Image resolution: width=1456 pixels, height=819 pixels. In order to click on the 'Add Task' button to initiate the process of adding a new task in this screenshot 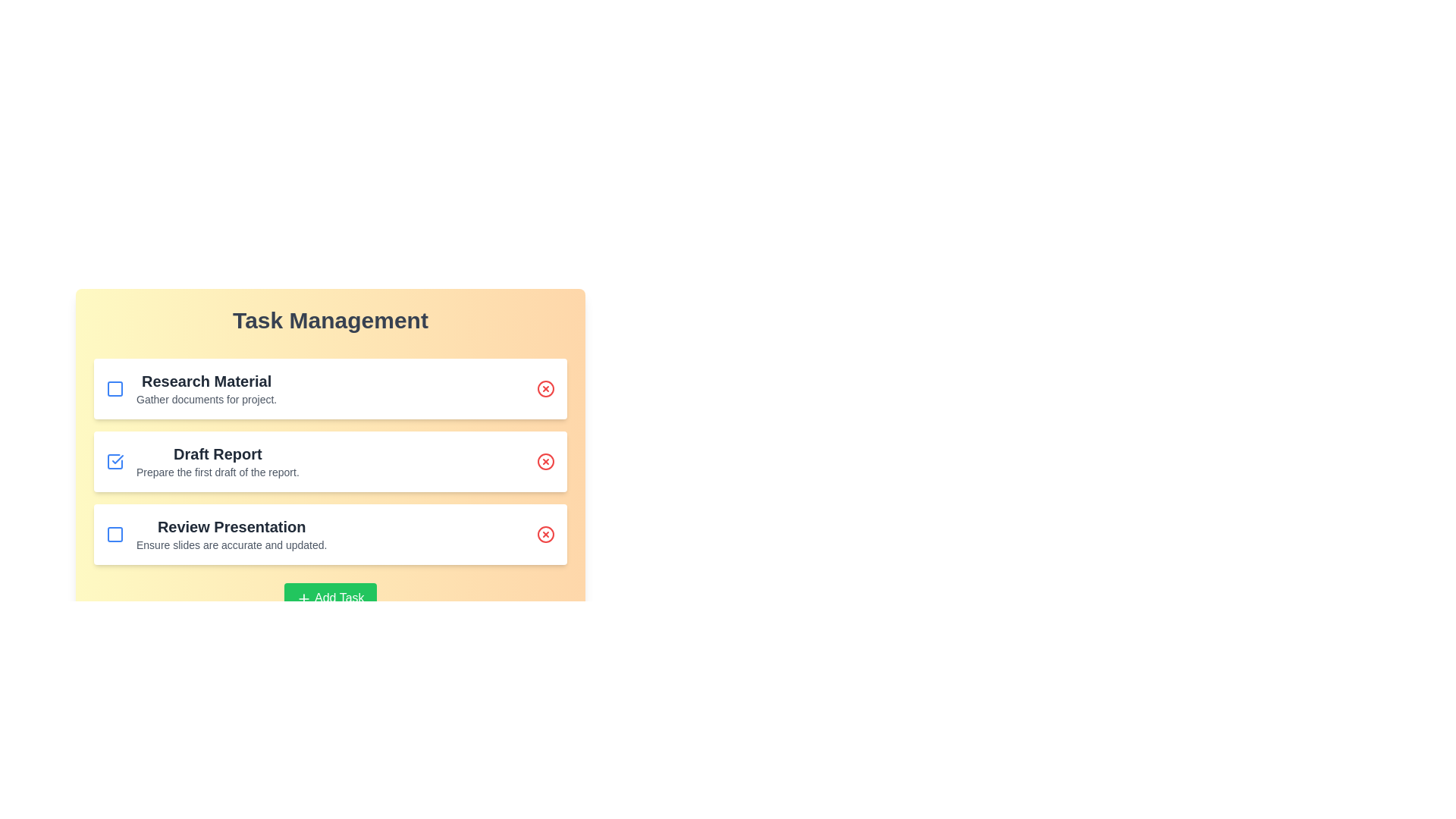, I will do `click(330, 598)`.